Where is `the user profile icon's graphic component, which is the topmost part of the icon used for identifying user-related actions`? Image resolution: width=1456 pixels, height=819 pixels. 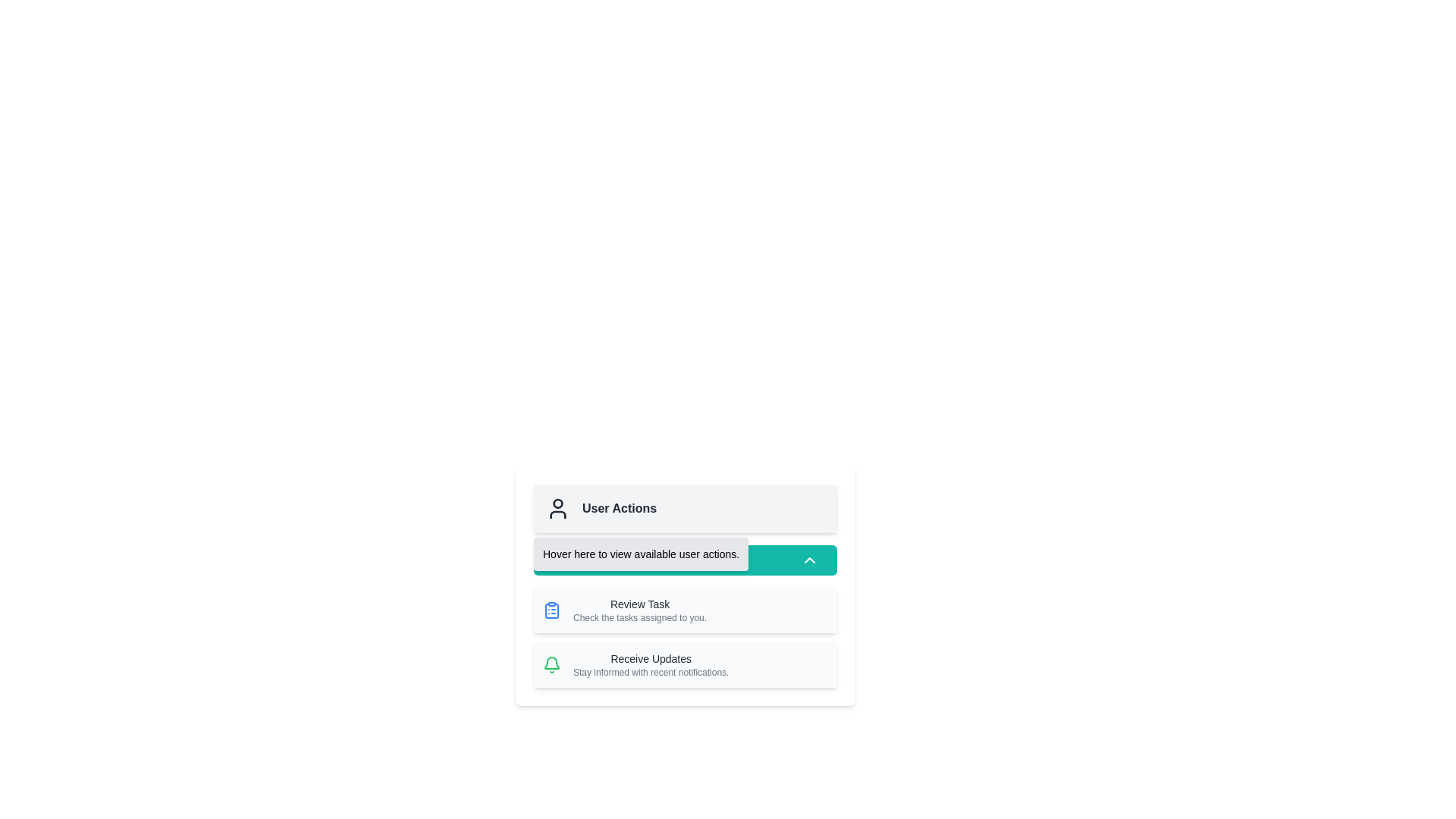
the user profile icon's graphic component, which is the topmost part of the icon used for identifying user-related actions is located at coordinates (557, 503).